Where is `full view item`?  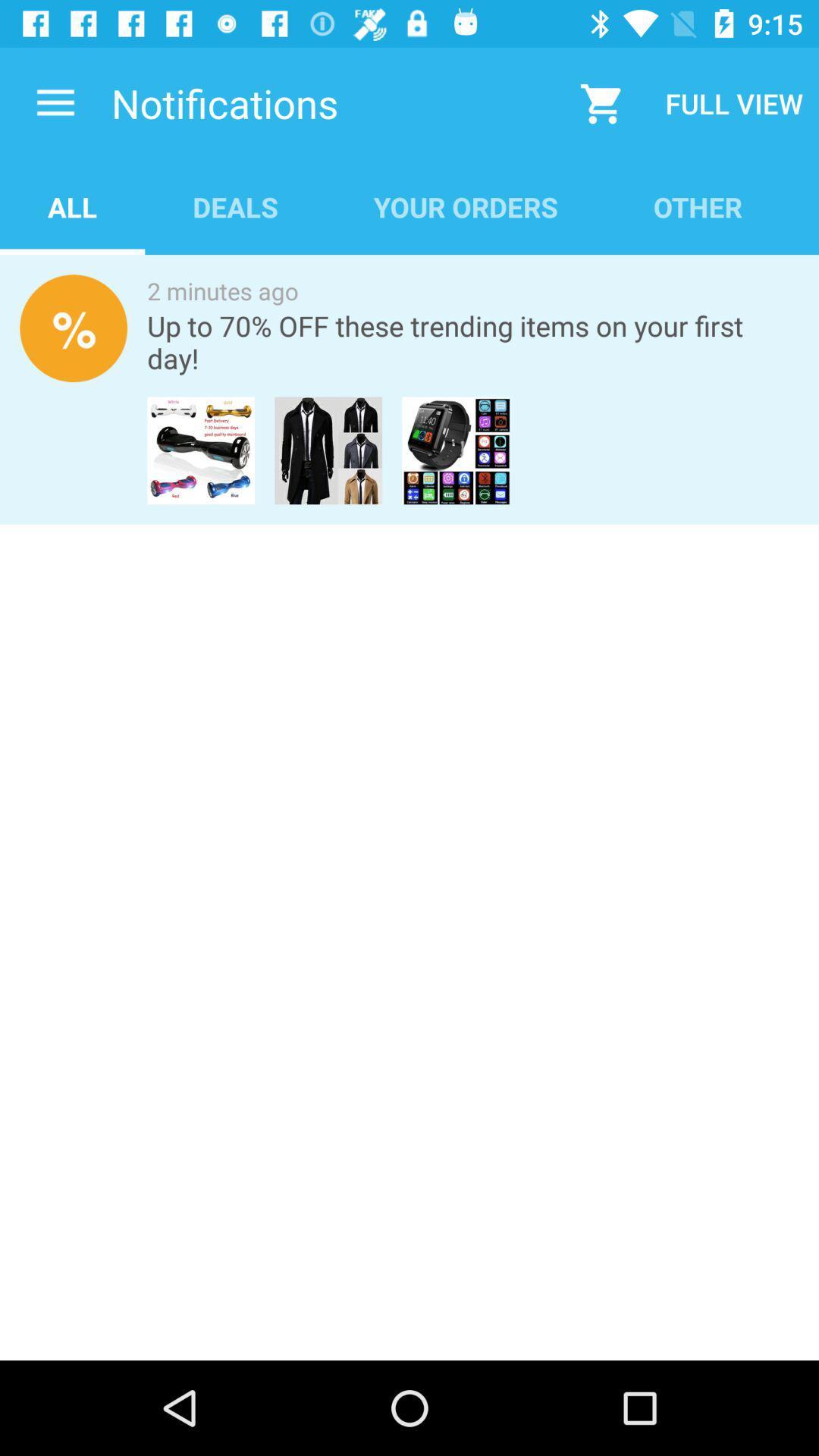 full view item is located at coordinates (733, 102).